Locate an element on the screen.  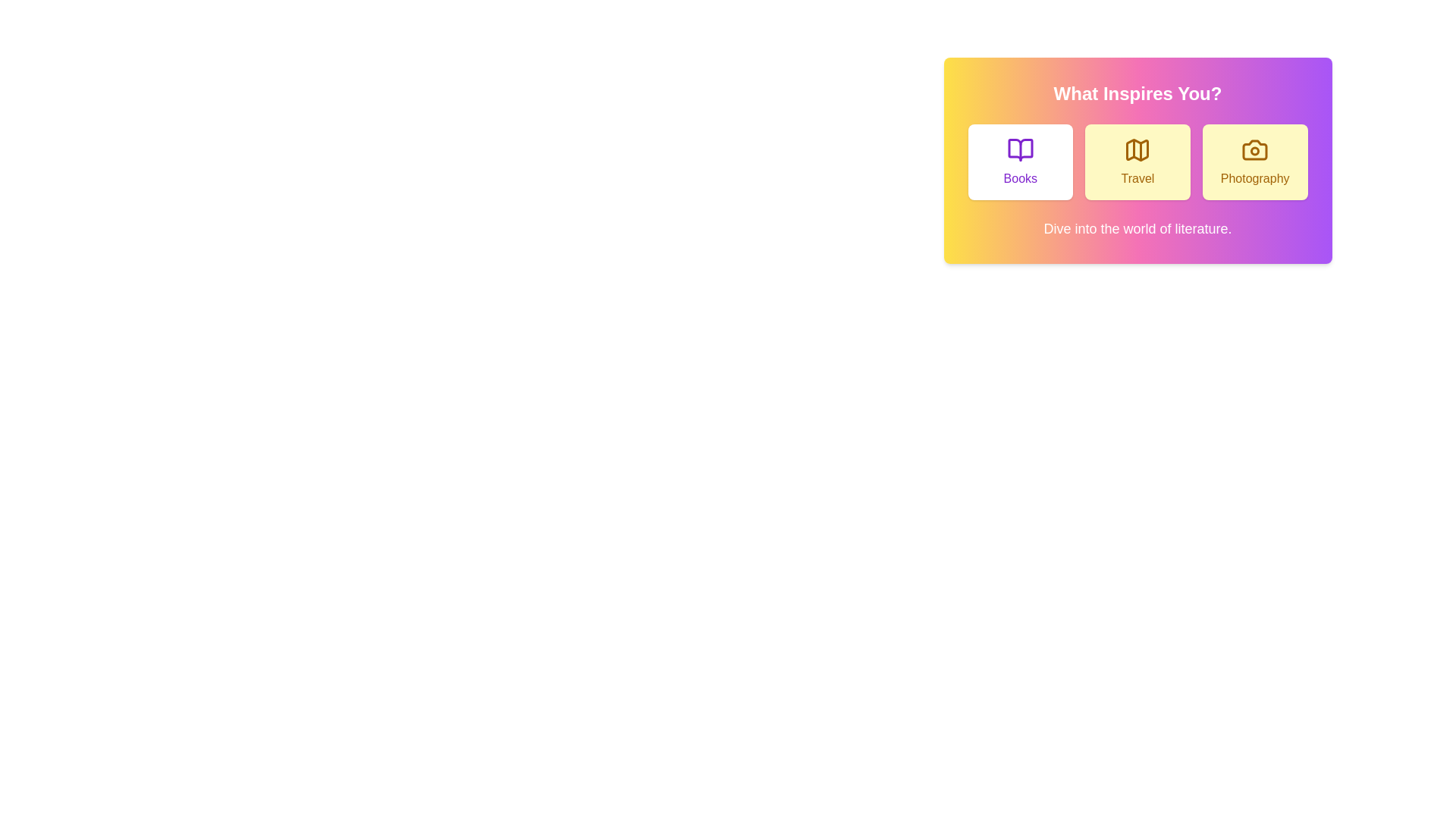
the button corresponding to the experience Photography is located at coordinates (1255, 162).